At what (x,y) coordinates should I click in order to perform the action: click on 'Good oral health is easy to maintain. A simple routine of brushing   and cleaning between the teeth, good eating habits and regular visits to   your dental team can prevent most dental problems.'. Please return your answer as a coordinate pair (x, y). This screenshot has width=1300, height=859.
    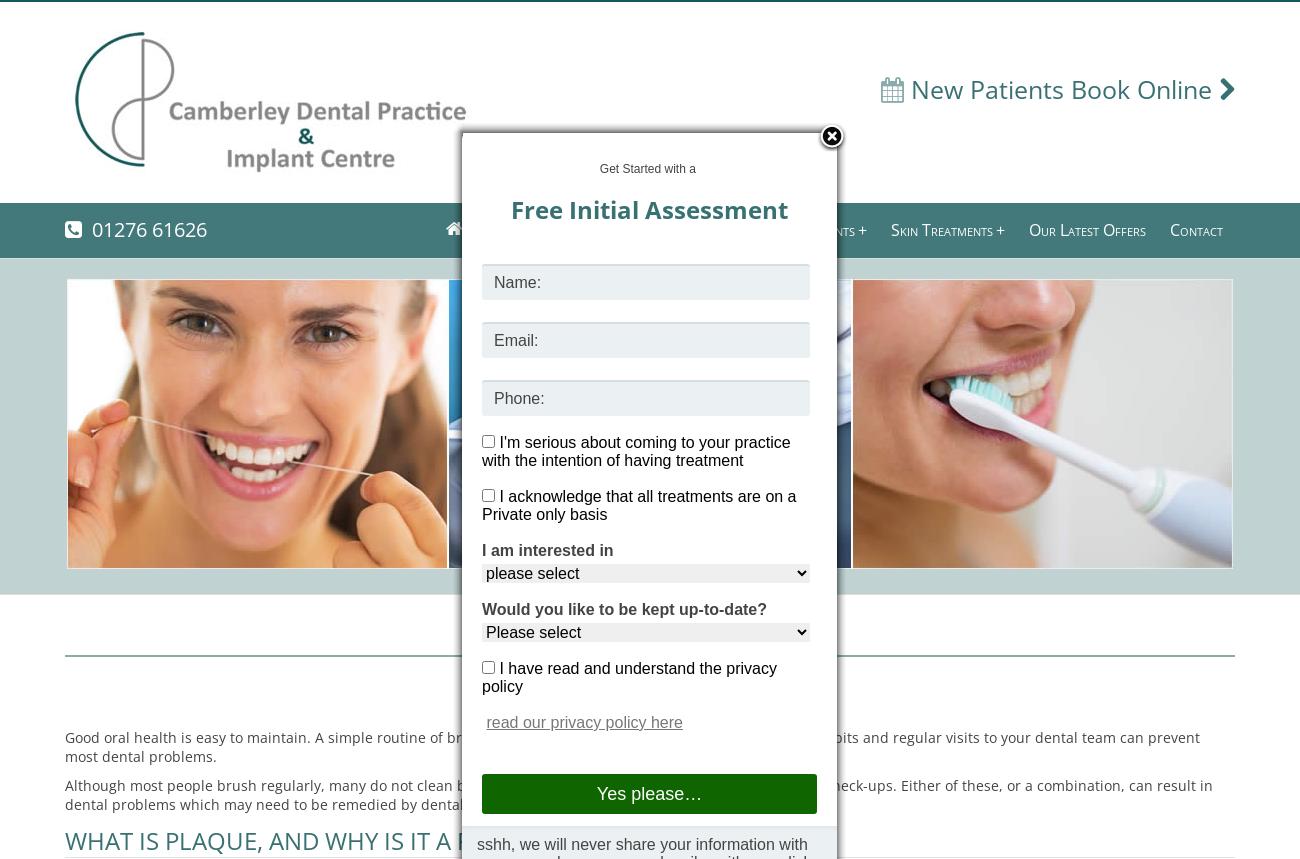
    Looking at the image, I should click on (65, 745).